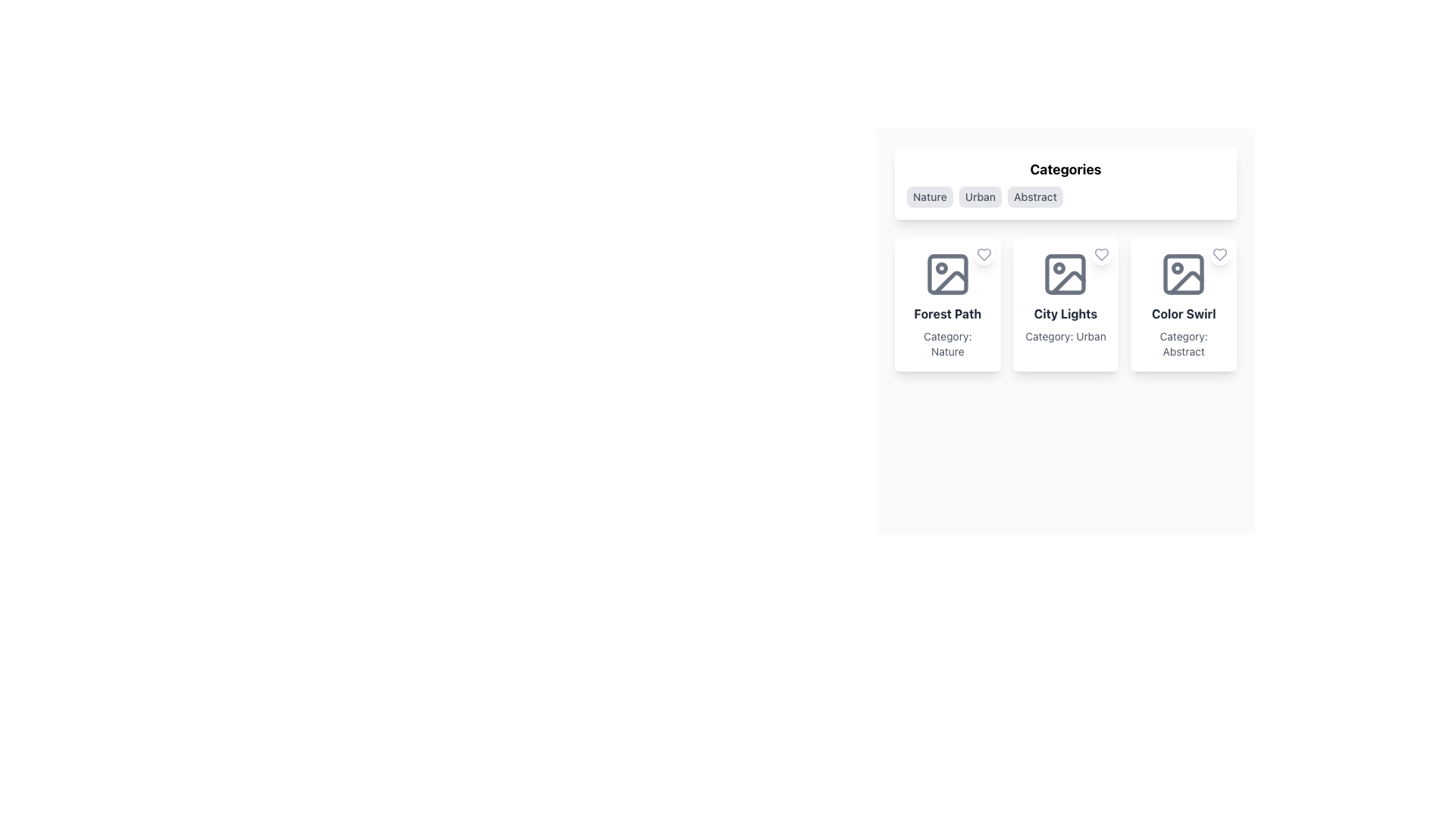 Image resolution: width=1456 pixels, height=819 pixels. What do you see at coordinates (929, 196) in the screenshot?
I see `the 'Nature' button, which is a rounded rectangle with light gray background and darker gray text` at bounding box center [929, 196].